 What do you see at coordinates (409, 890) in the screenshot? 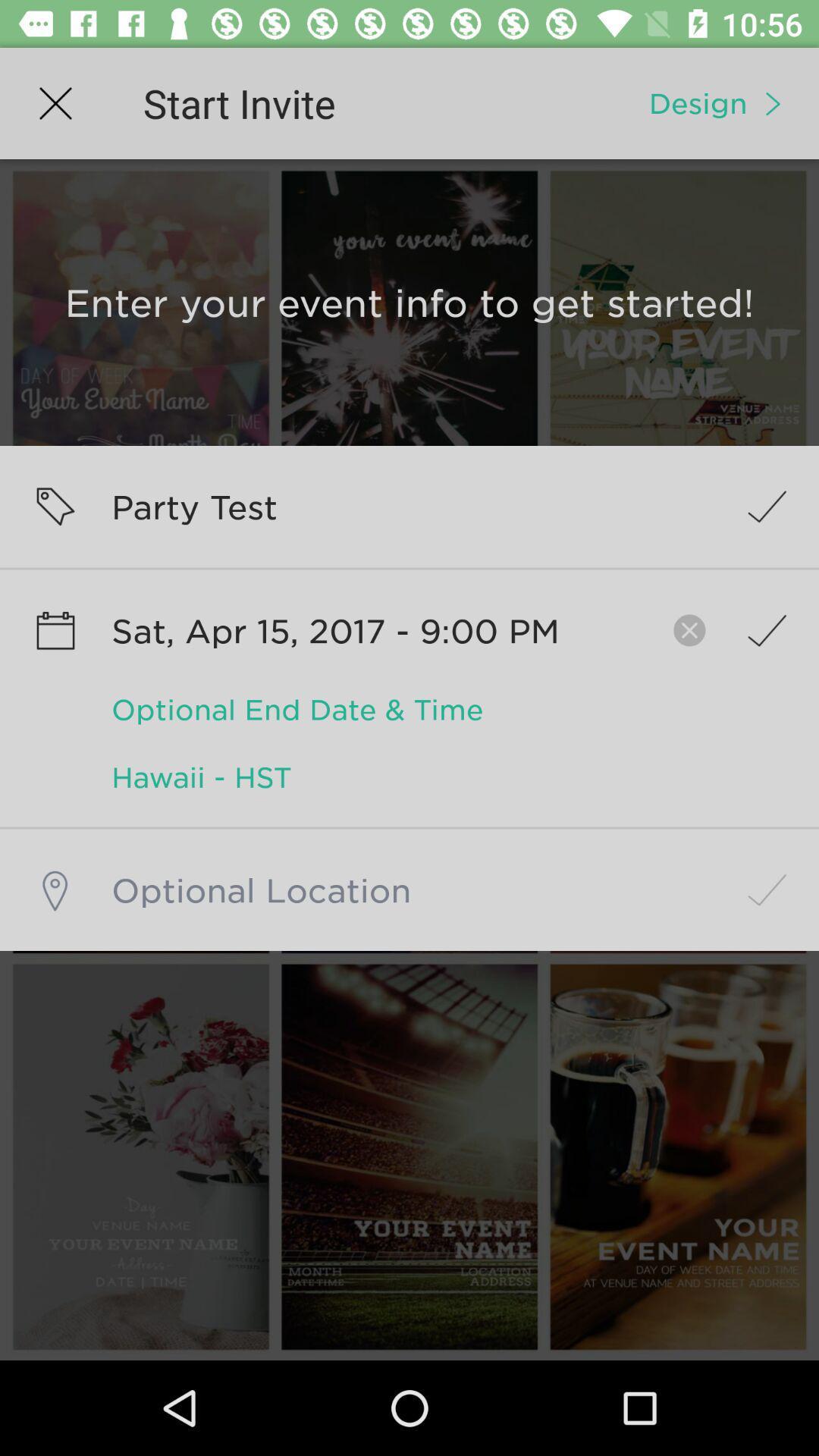
I see `optional location` at bounding box center [409, 890].